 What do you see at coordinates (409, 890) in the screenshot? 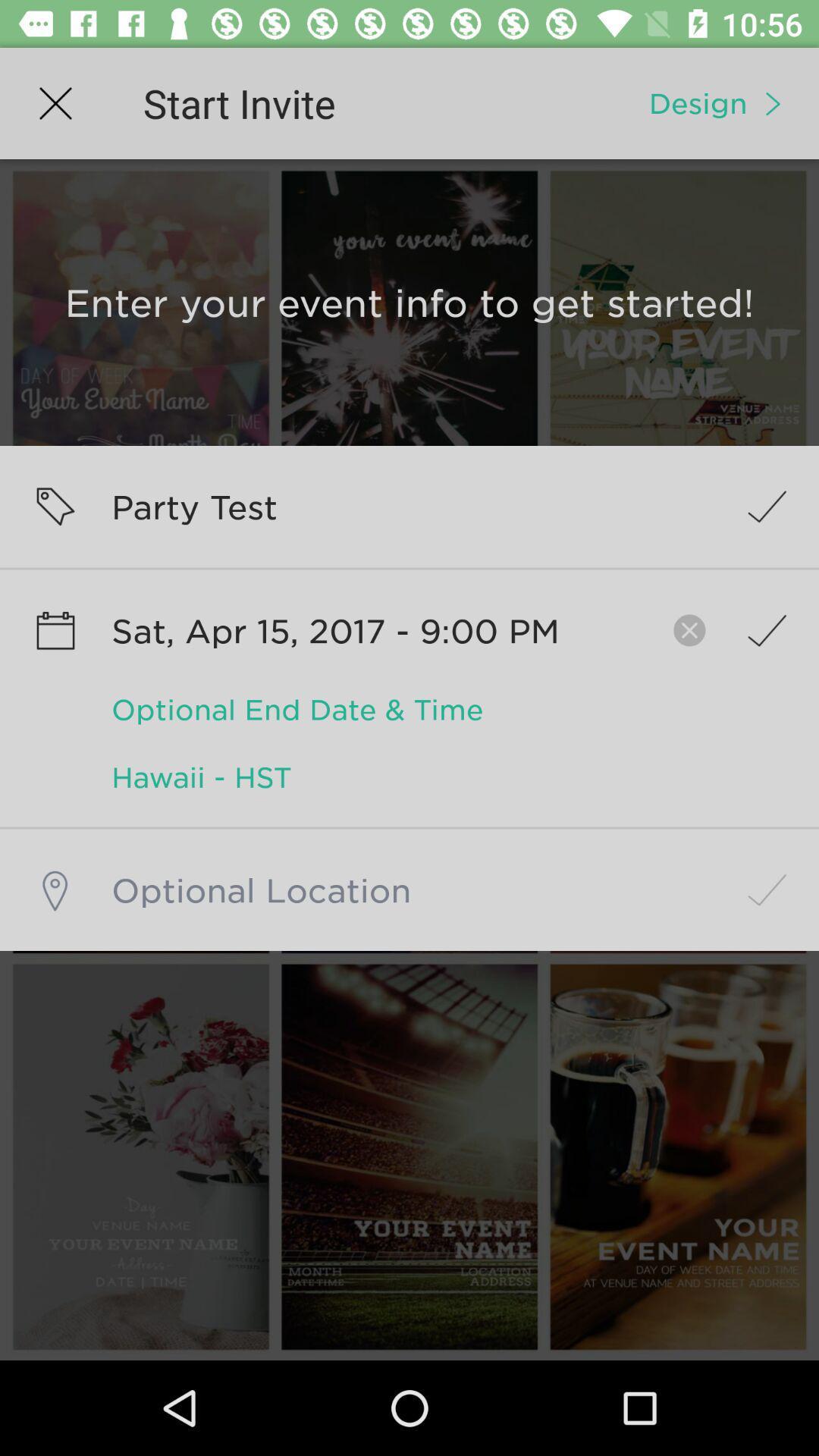
I see `optional location` at bounding box center [409, 890].